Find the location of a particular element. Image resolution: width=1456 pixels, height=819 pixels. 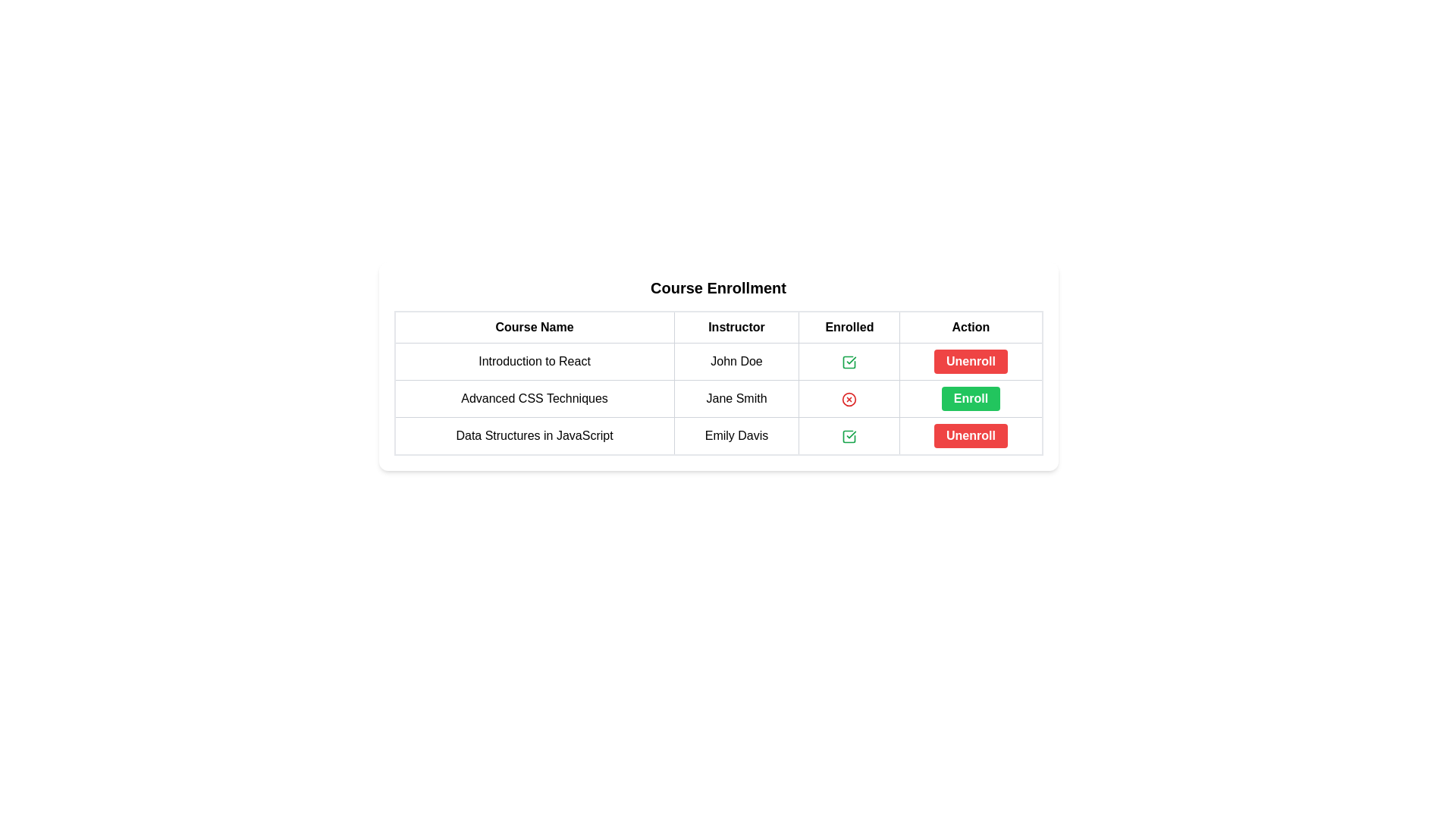

the 'Unenroll' button, which is a rounded rectangular button with a red background and white text, located in the 'Action' column of the course enrollment table for the 'Introduction to React' course is located at coordinates (971, 362).